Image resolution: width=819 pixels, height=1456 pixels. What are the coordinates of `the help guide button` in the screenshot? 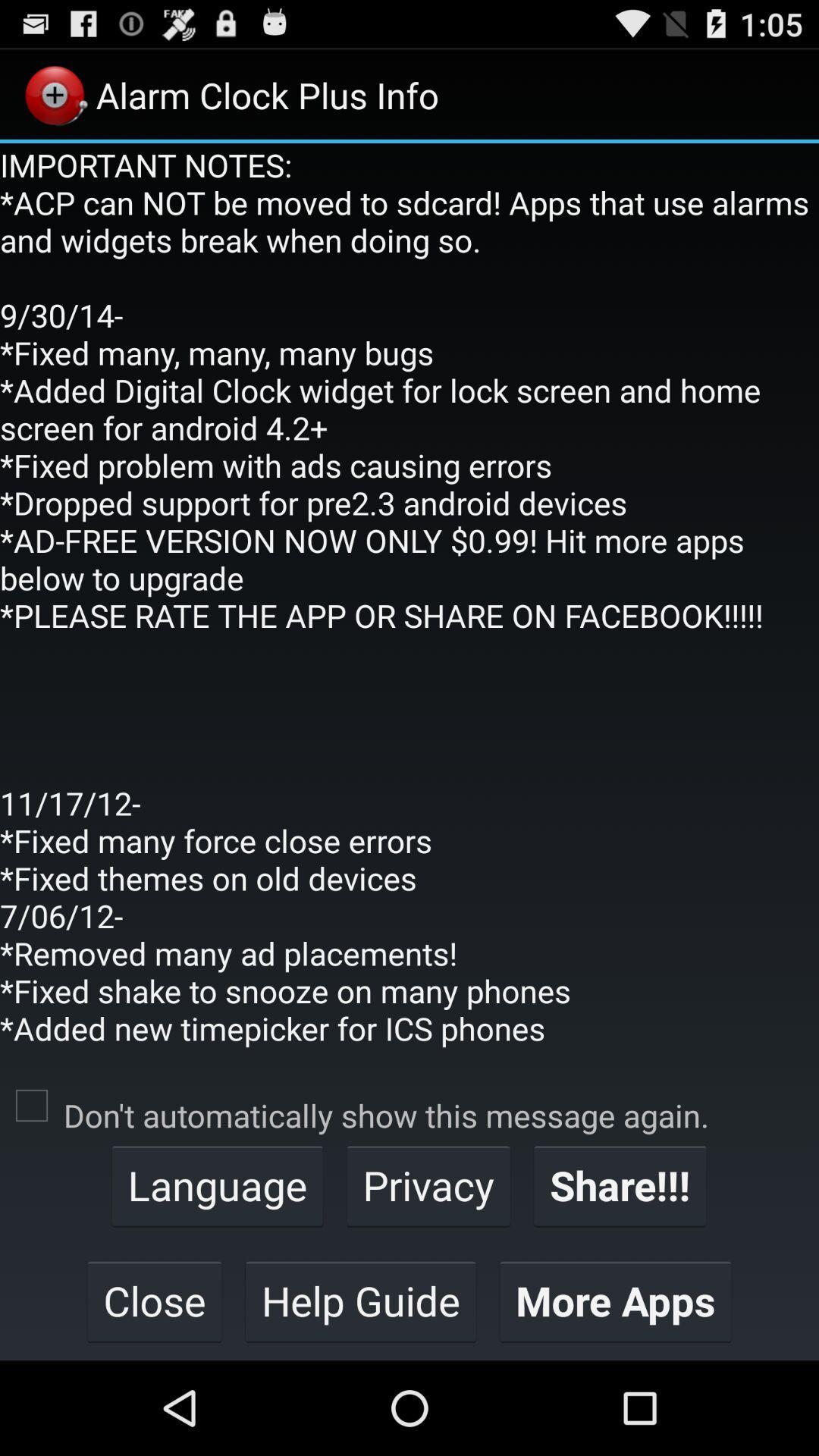 It's located at (360, 1300).